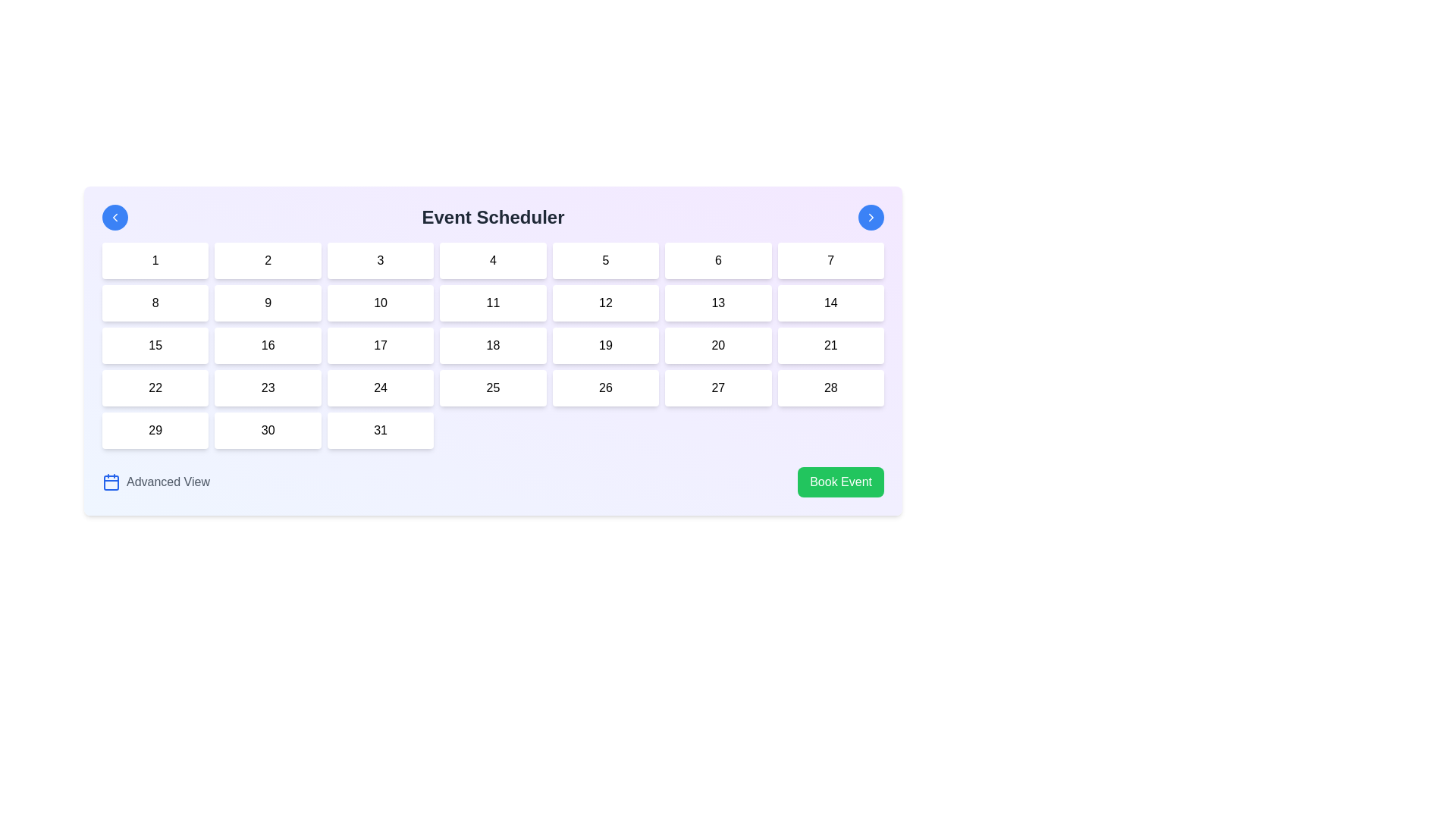 The width and height of the screenshot is (1456, 819). I want to click on the rightward chevron arrow SVG icon located inside the circular blue button at the top-right corner of the interface, so click(871, 217).